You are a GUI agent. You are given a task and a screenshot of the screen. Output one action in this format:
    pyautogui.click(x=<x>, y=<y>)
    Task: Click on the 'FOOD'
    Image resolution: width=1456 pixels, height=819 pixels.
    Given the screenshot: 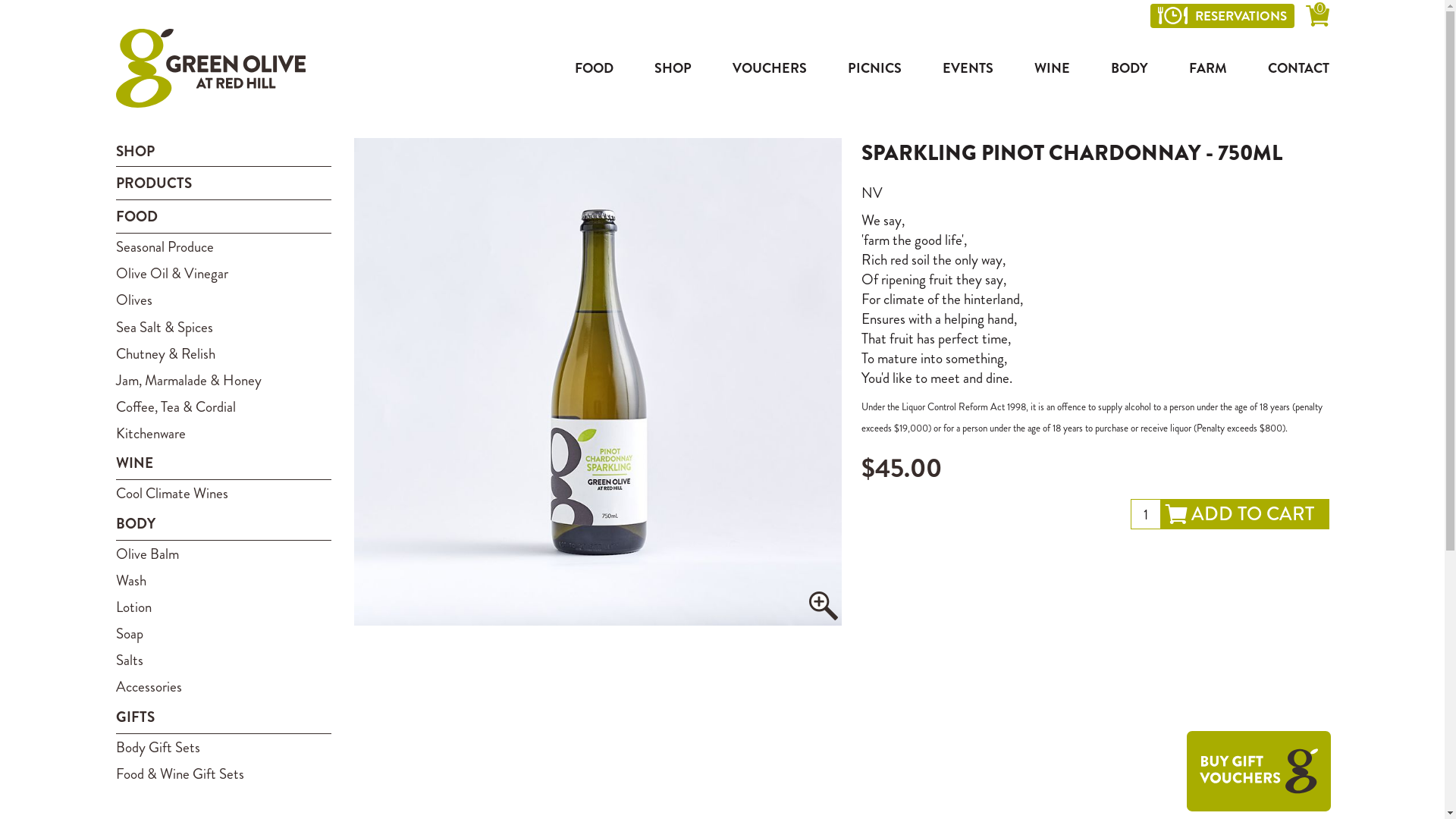 What is the action you would take?
    pyautogui.click(x=559, y=67)
    